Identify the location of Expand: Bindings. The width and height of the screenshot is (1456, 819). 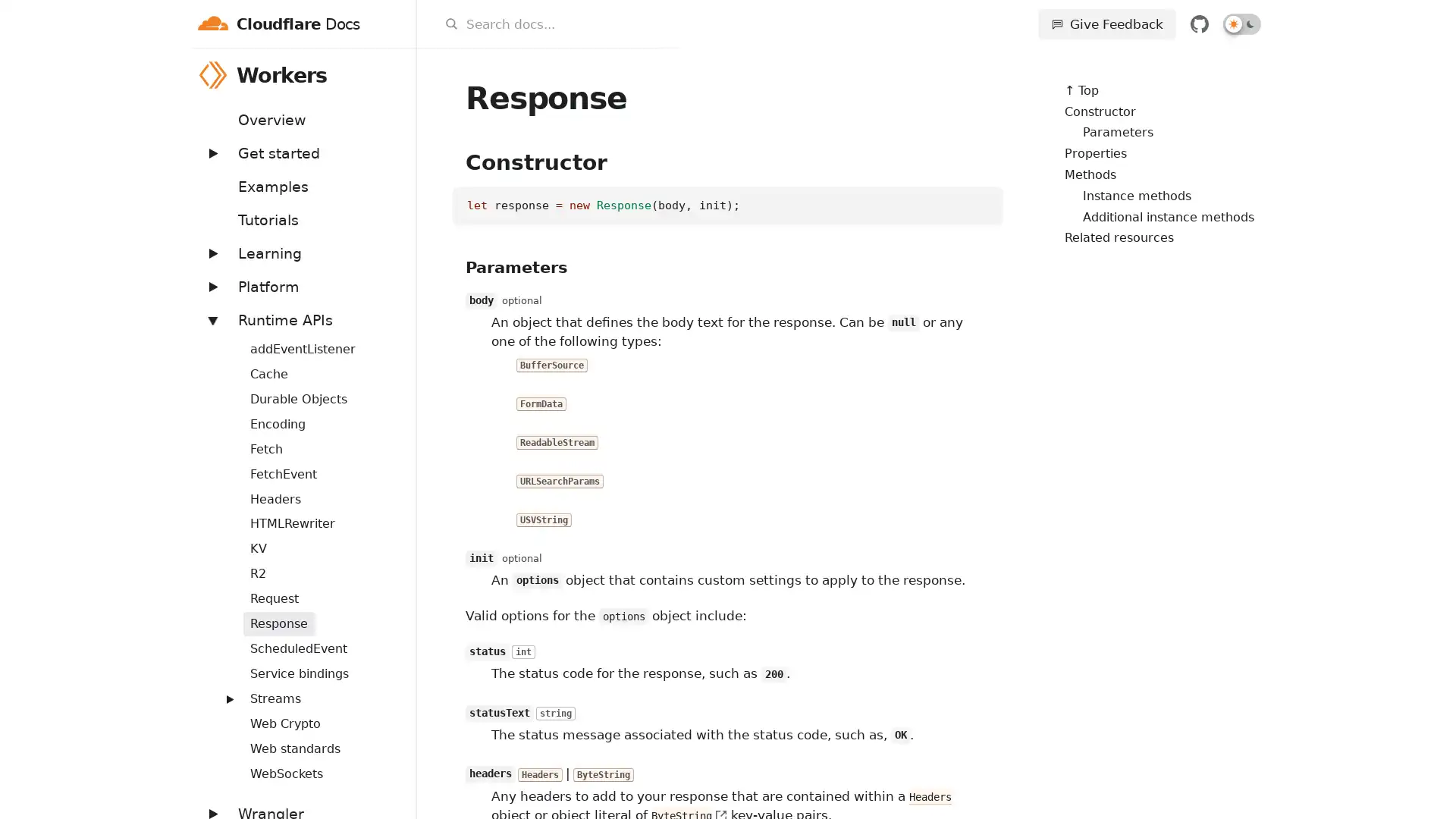
(221, 339).